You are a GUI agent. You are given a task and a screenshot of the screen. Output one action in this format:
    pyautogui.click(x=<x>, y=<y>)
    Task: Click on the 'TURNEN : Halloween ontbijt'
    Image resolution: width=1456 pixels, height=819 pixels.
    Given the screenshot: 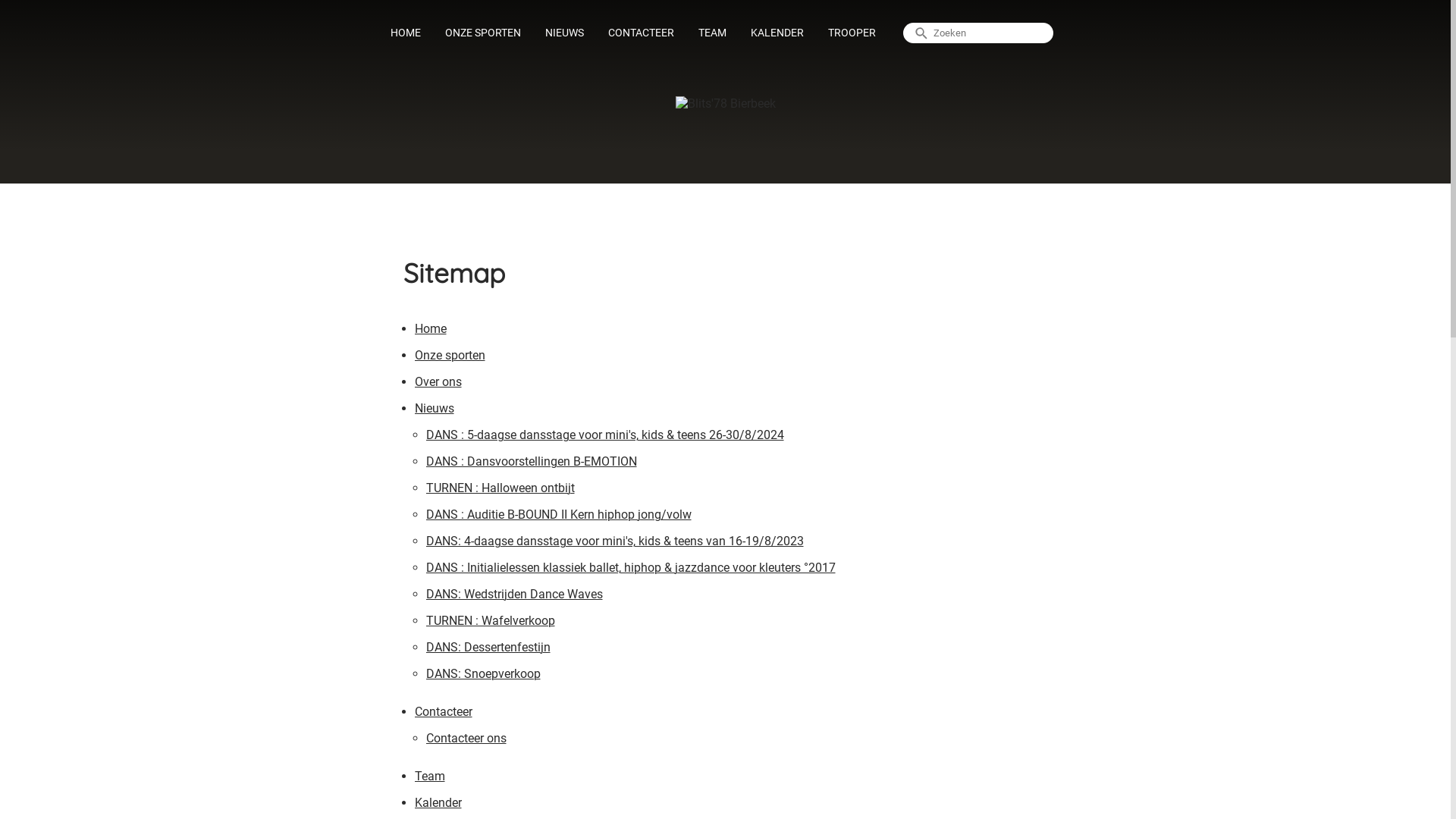 What is the action you would take?
    pyautogui.click(x=500, y=490)
    